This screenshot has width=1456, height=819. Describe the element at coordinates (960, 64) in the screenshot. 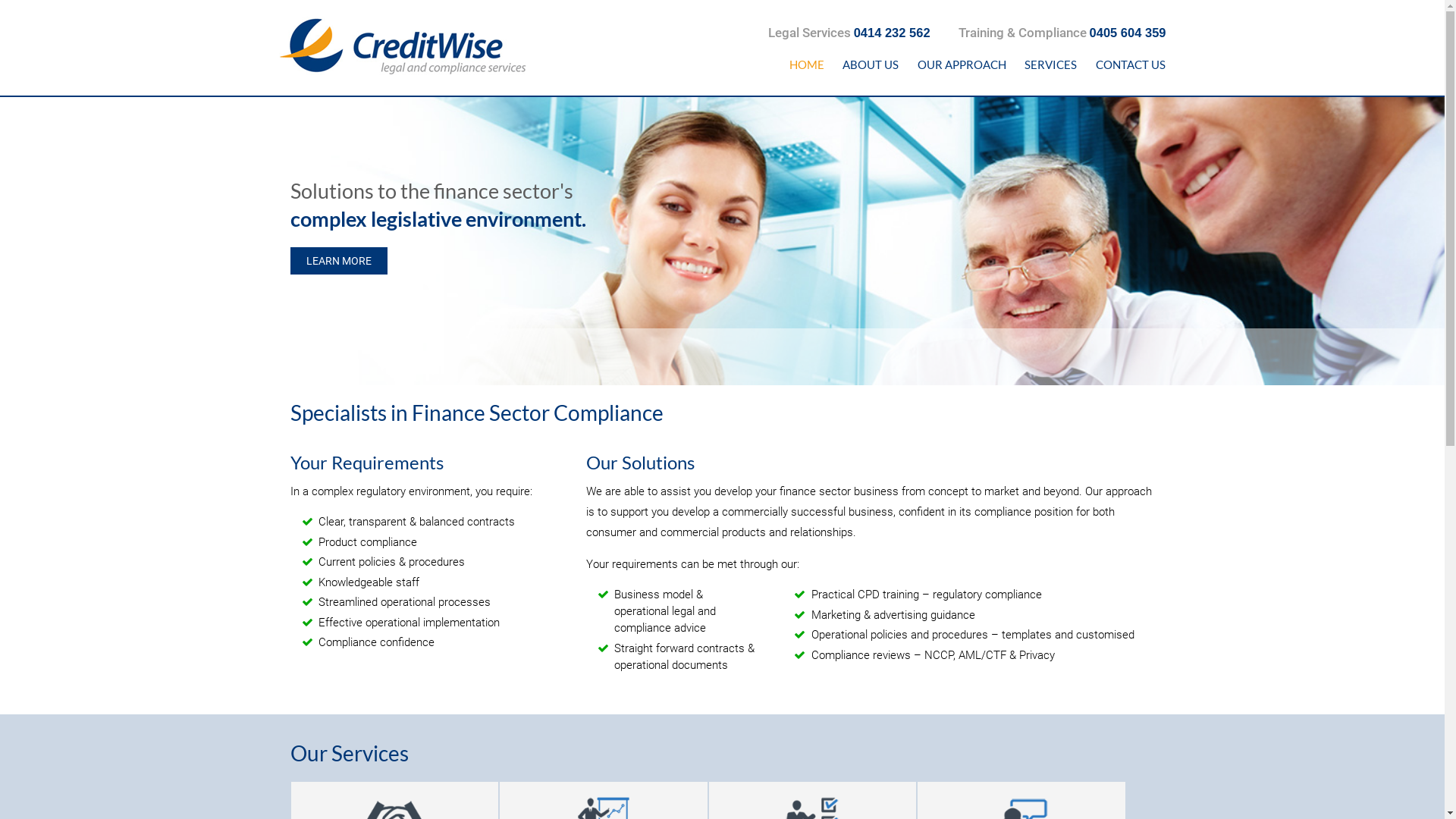

I see `'OUR APPROACH'` at that location.